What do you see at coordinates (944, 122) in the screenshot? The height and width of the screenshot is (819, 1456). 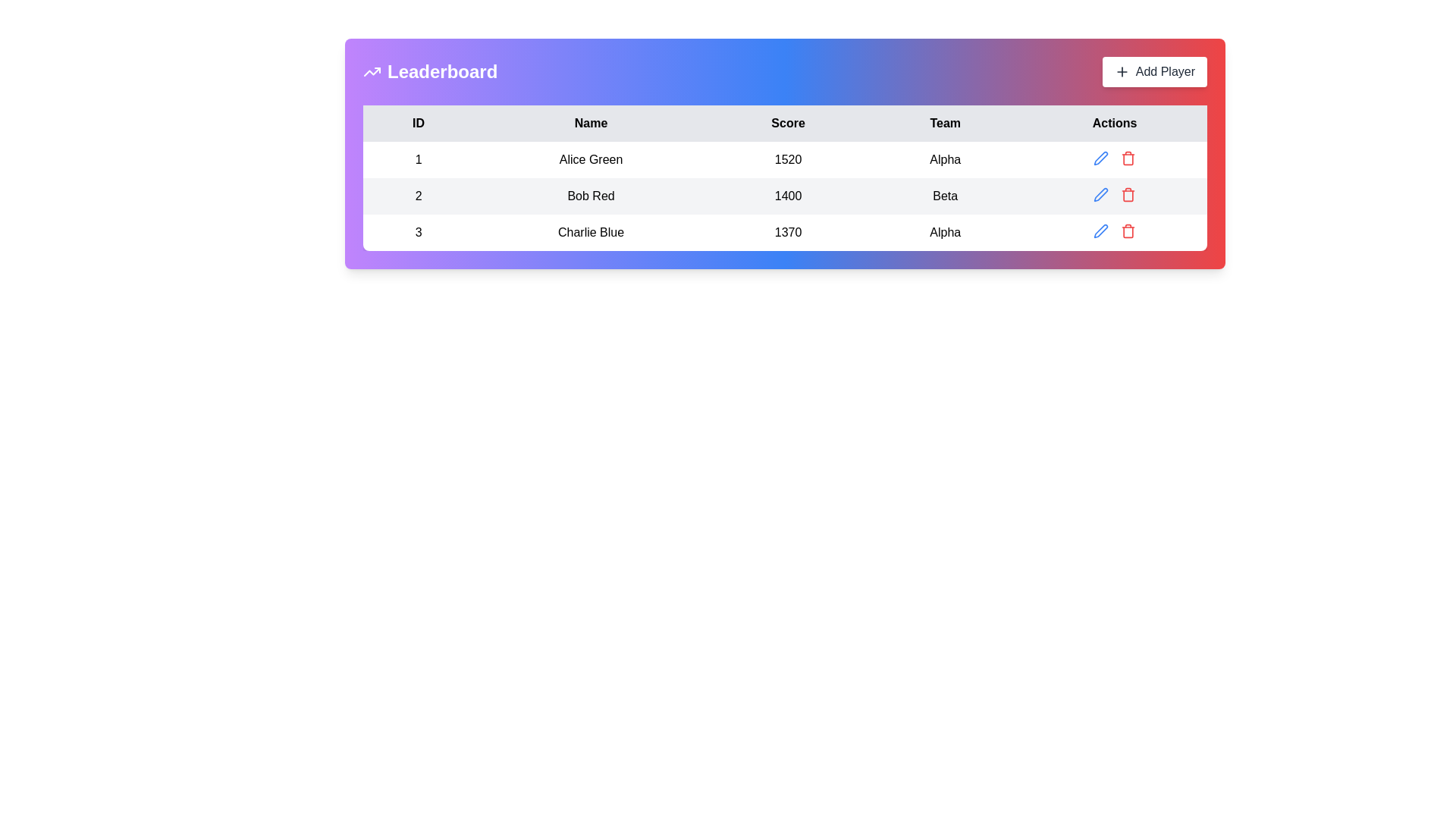 I see `the table header cell labeled 'Team', which is styled with black text on a light gray background and located in the fourth column of the leaderboard table's header row` at bounding box center [944, 122].